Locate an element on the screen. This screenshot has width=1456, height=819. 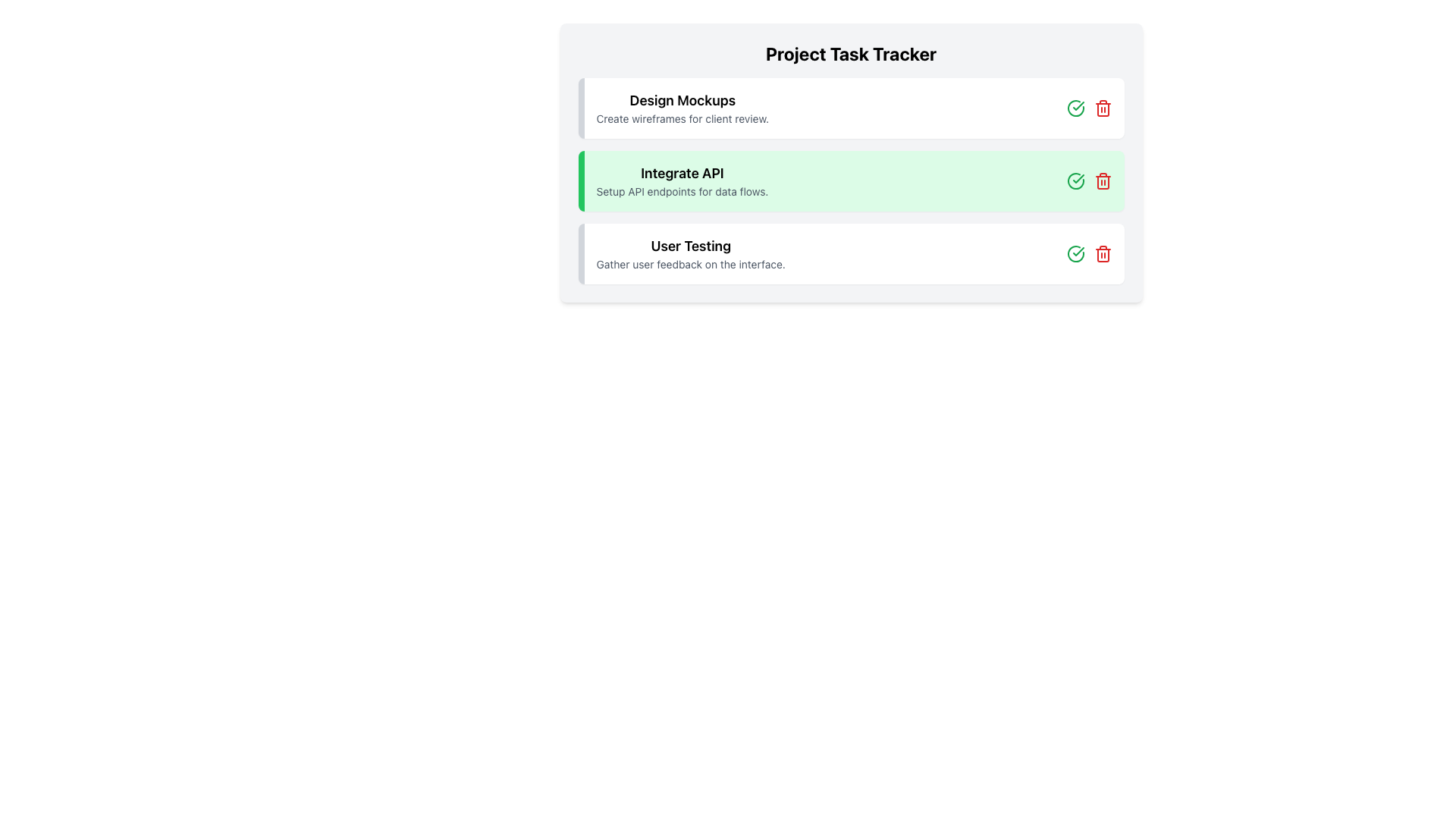
the text label that serves as a title for the task, specifically the second task item in the list titled 'Project Task Tracker', which is positioned above 'Setup API endpoints for data flows.' is located at coordinates (681, 172).